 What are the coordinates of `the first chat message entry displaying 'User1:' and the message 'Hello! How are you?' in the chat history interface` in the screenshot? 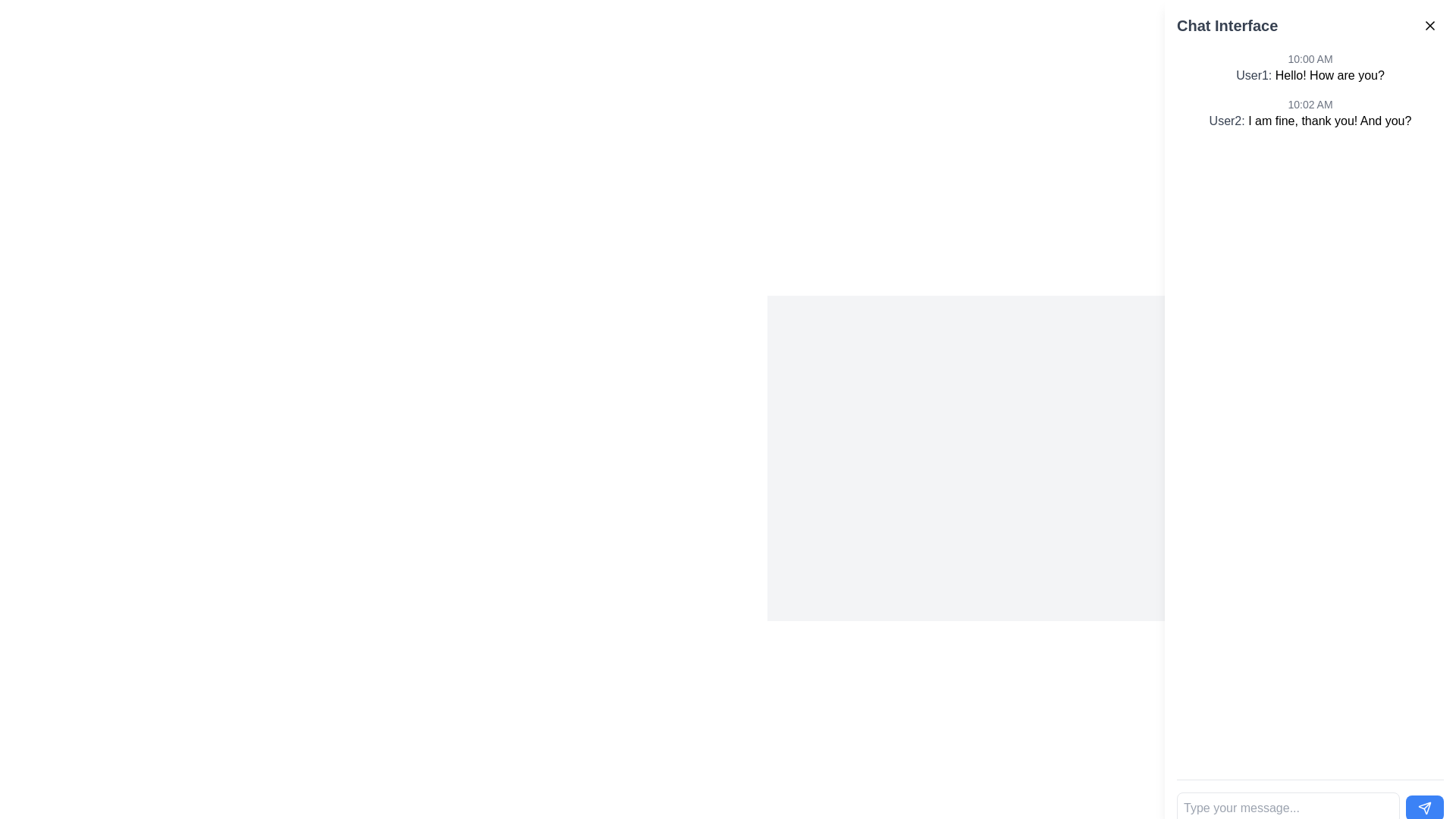 It's located at (1310, 67).